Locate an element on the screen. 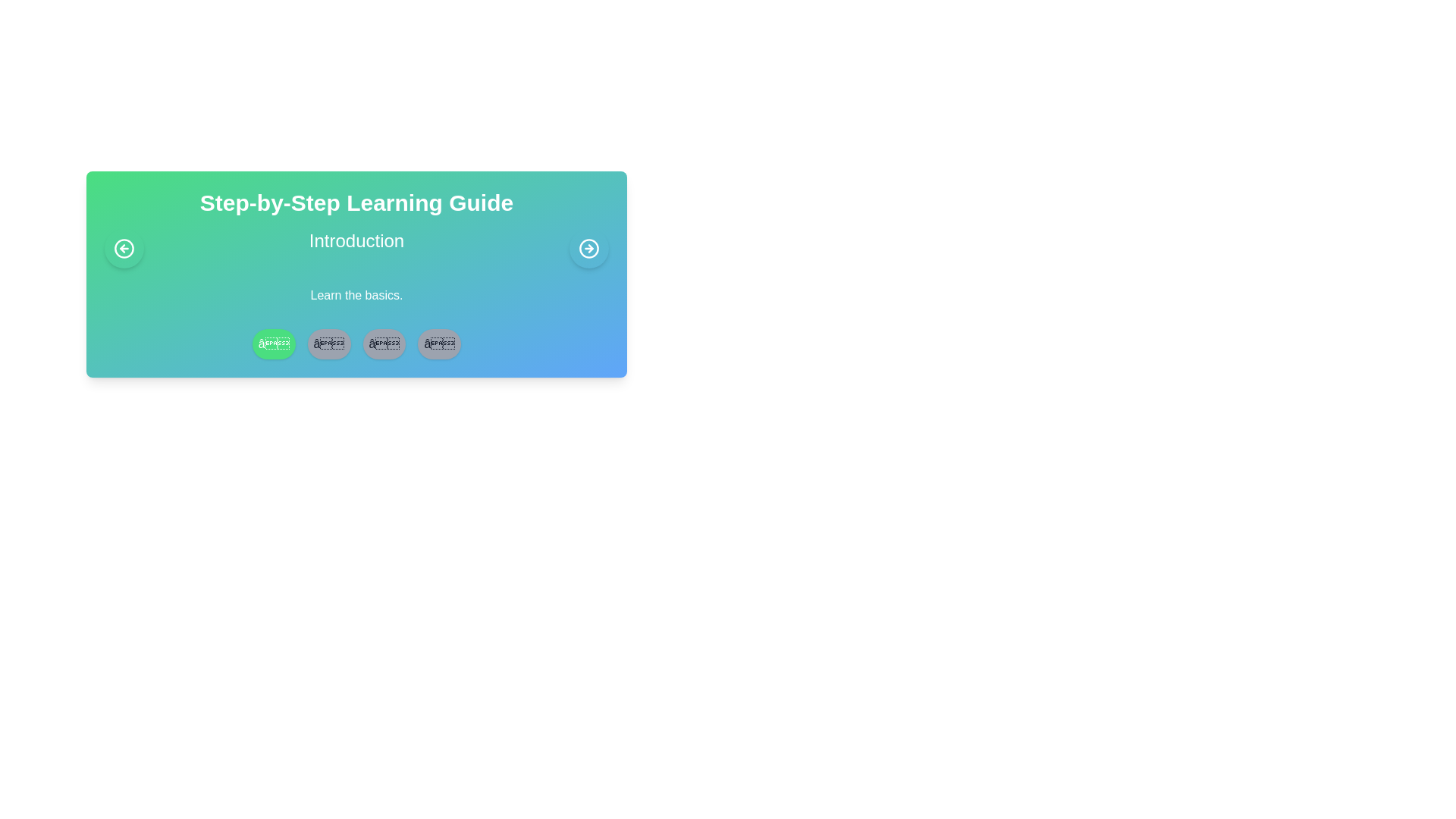 Image resolution: width=1456 pixels, height=819 pixels. the fourth circular button in a horizontal sequence of four buttons is located at coordinates (438, 344).